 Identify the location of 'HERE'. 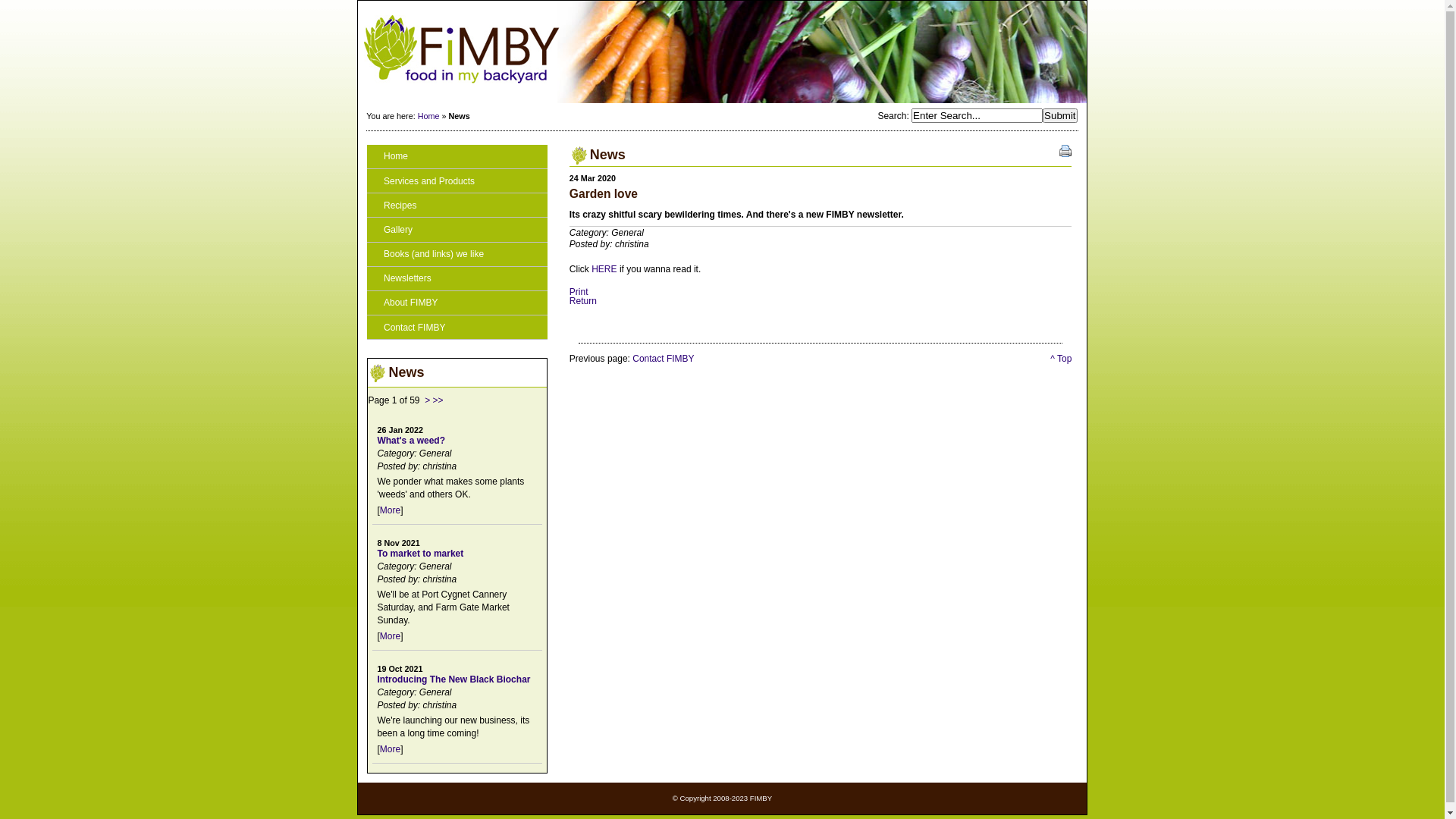
(603, 268).